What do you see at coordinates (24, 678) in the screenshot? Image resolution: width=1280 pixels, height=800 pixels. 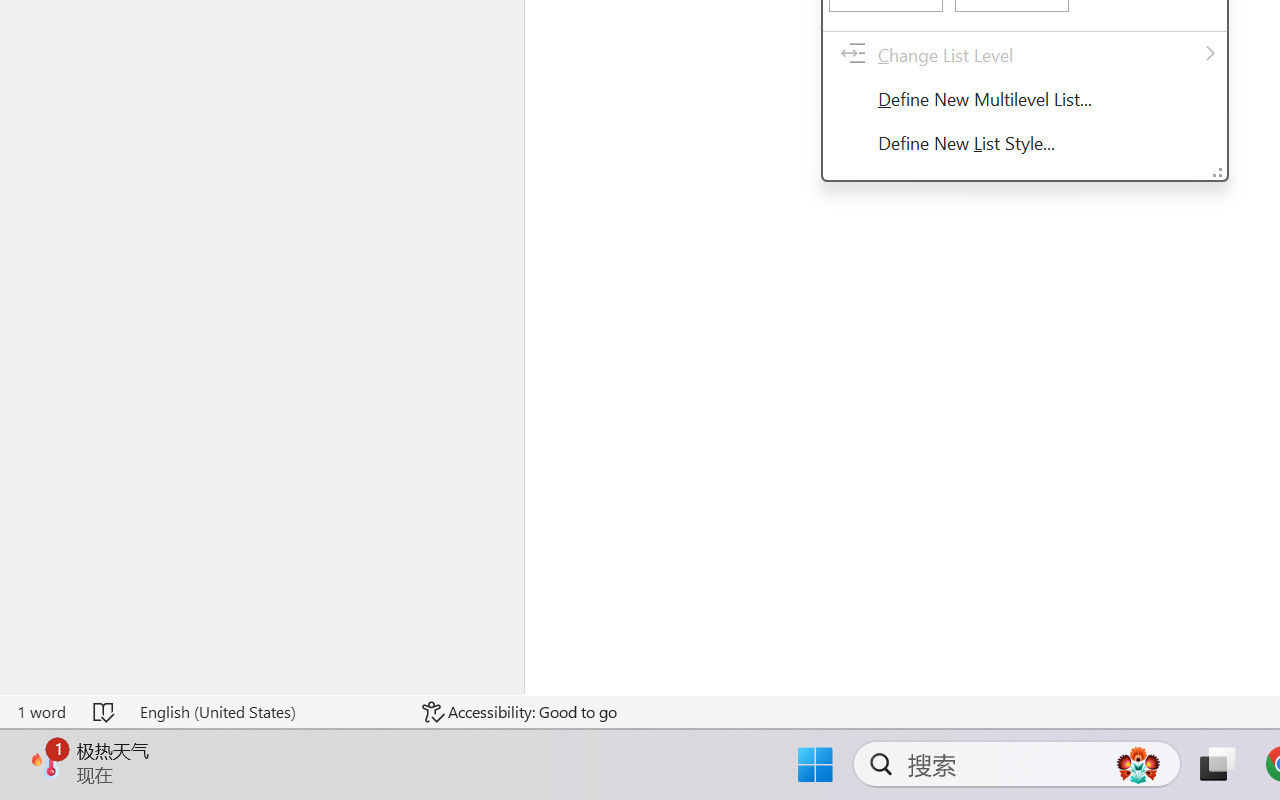 I see `'Manage'` at bounding box center [24, 678].